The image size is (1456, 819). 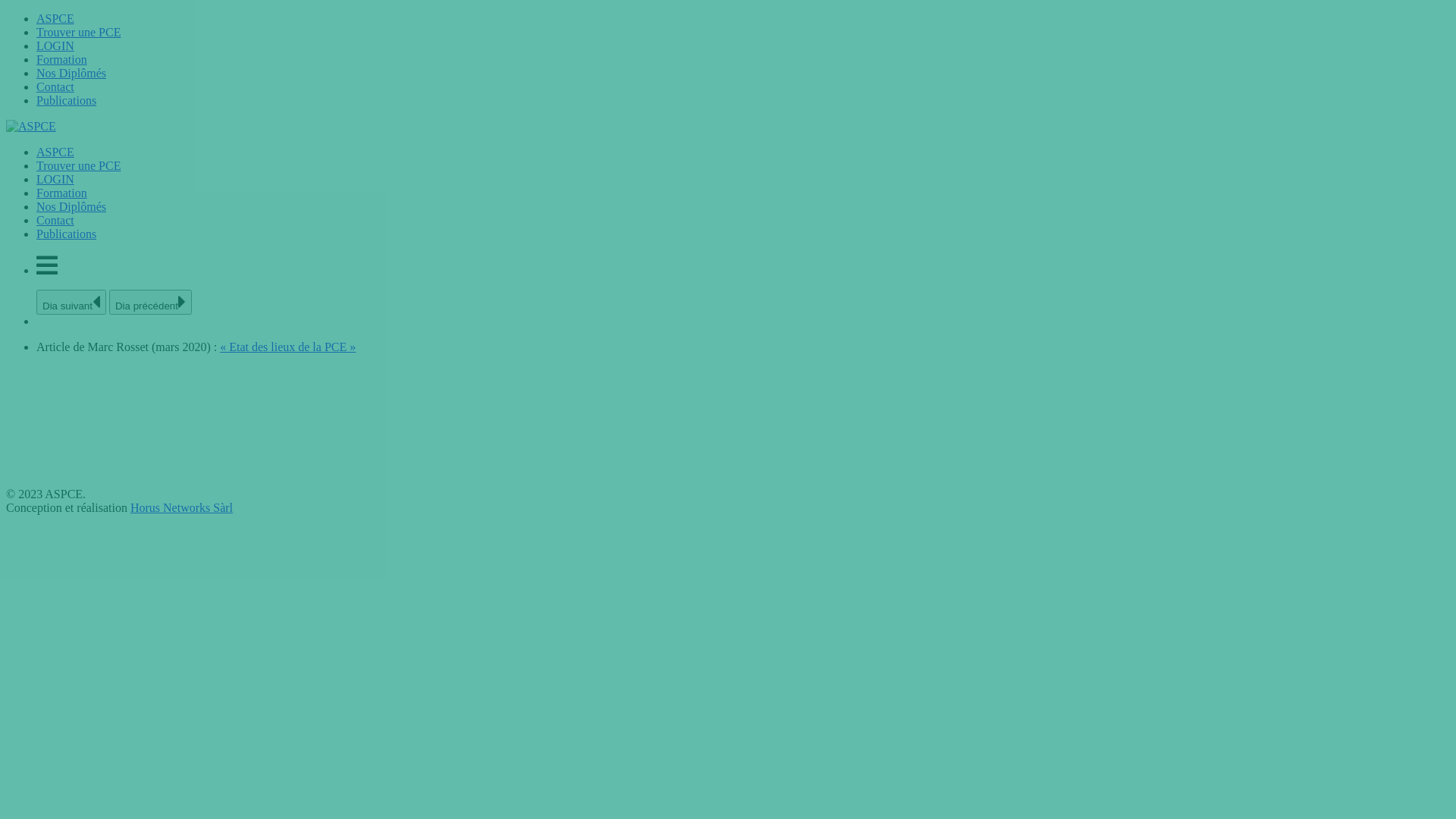 What do you see at coordinates (55, 18) in the screenshot?
I see `'ASPCE'` at bounding box center [55, 18].